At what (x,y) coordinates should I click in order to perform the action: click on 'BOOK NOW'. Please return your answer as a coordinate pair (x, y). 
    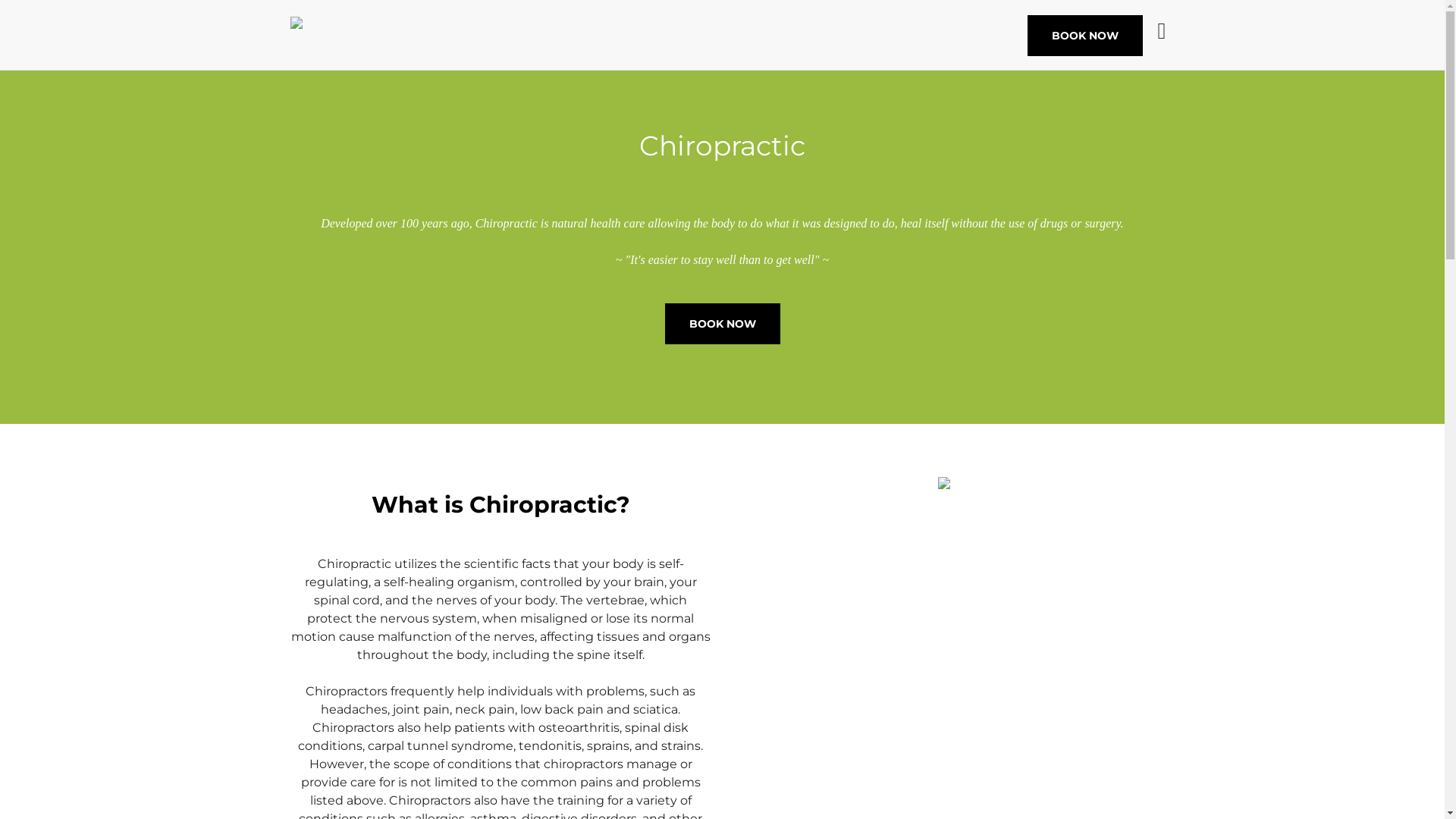
    Looking at the image, I should click on (1084, 34).